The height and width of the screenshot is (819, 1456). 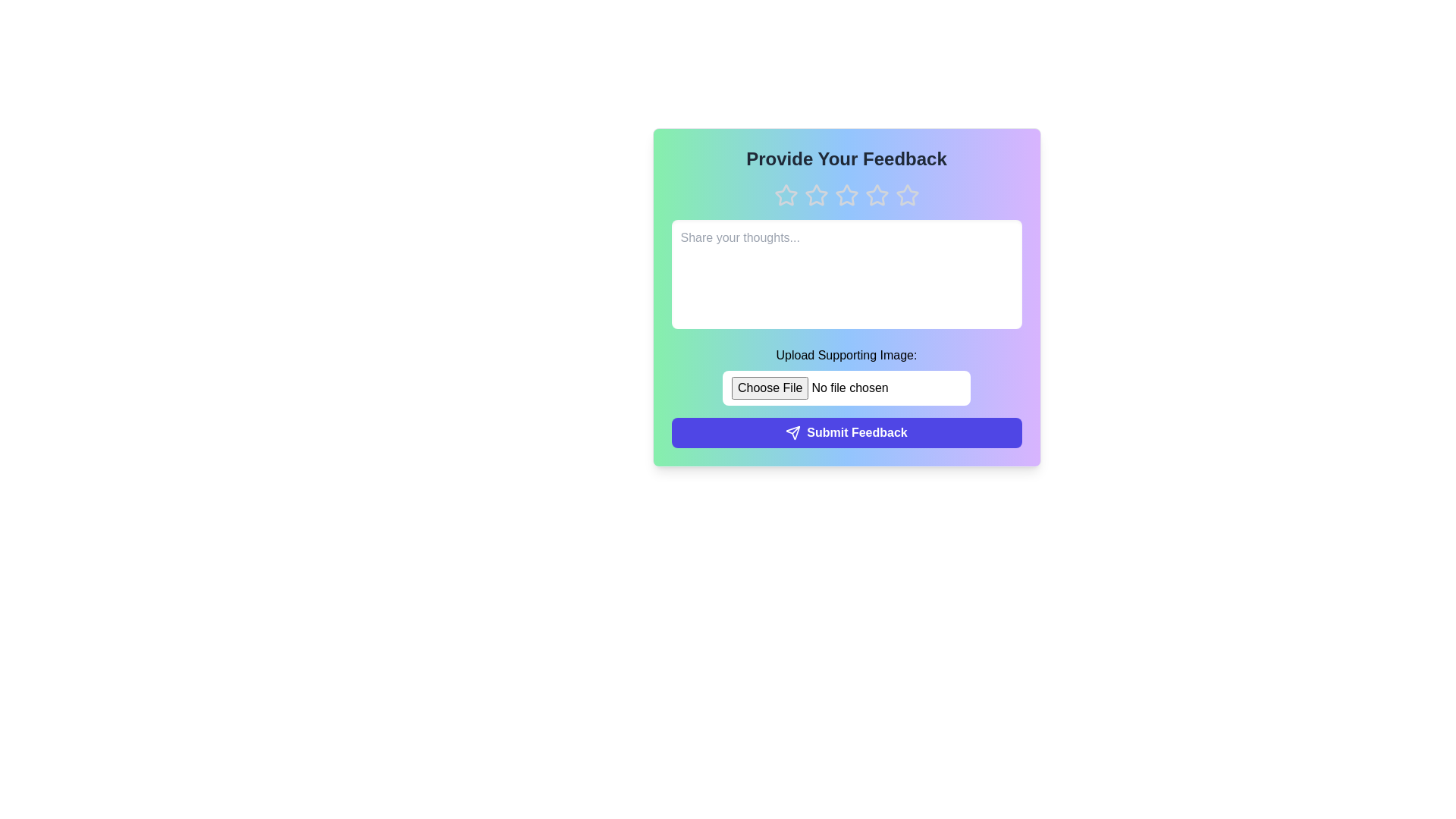 I want to click on the 'Choose File' button in the File input field located within the 'Provide Your Feedback' card, so click(x=846, y=375).